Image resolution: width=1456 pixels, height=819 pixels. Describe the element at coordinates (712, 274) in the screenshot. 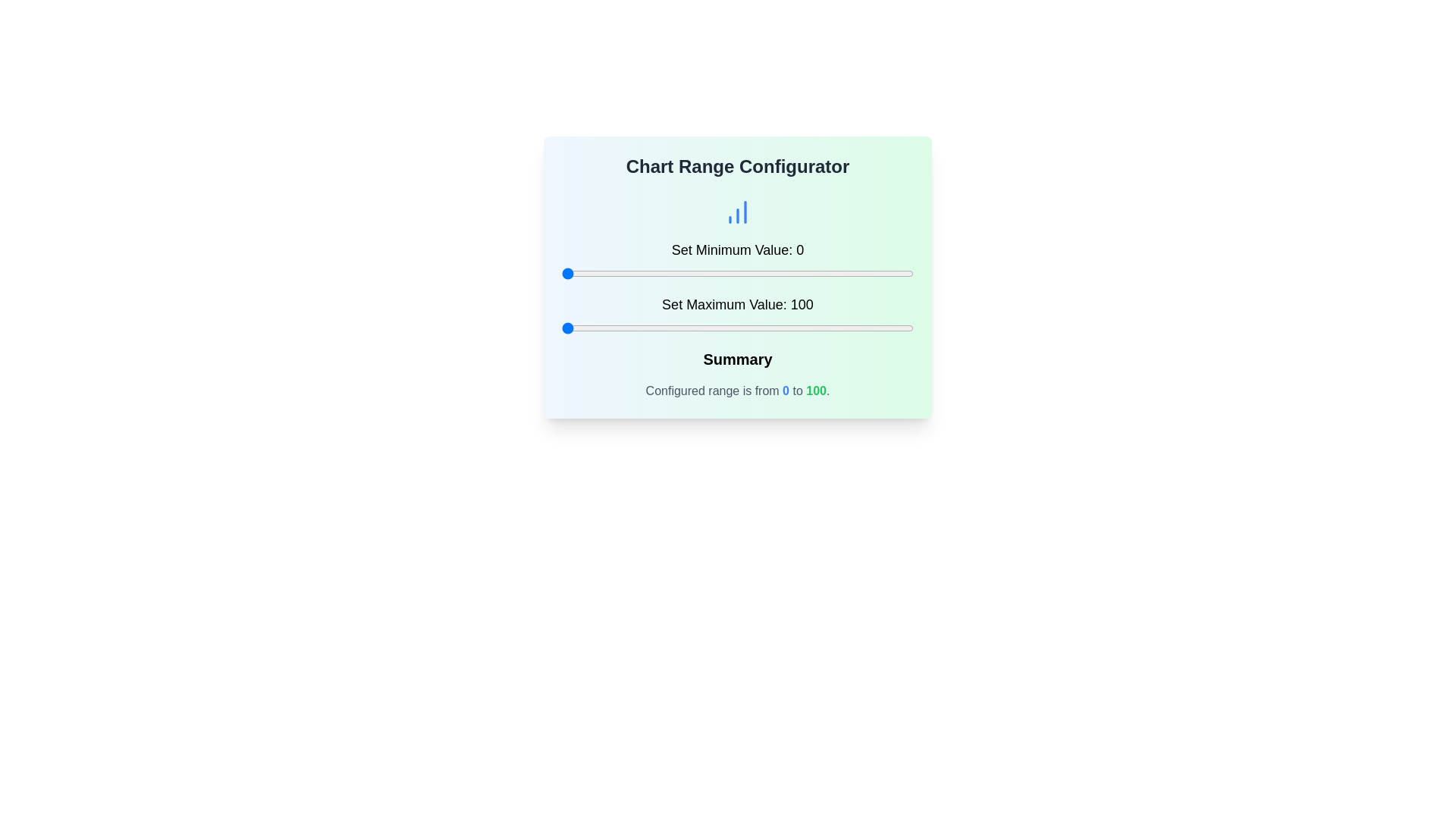

I see `the minimum value slider to set the value to 43` at that location.